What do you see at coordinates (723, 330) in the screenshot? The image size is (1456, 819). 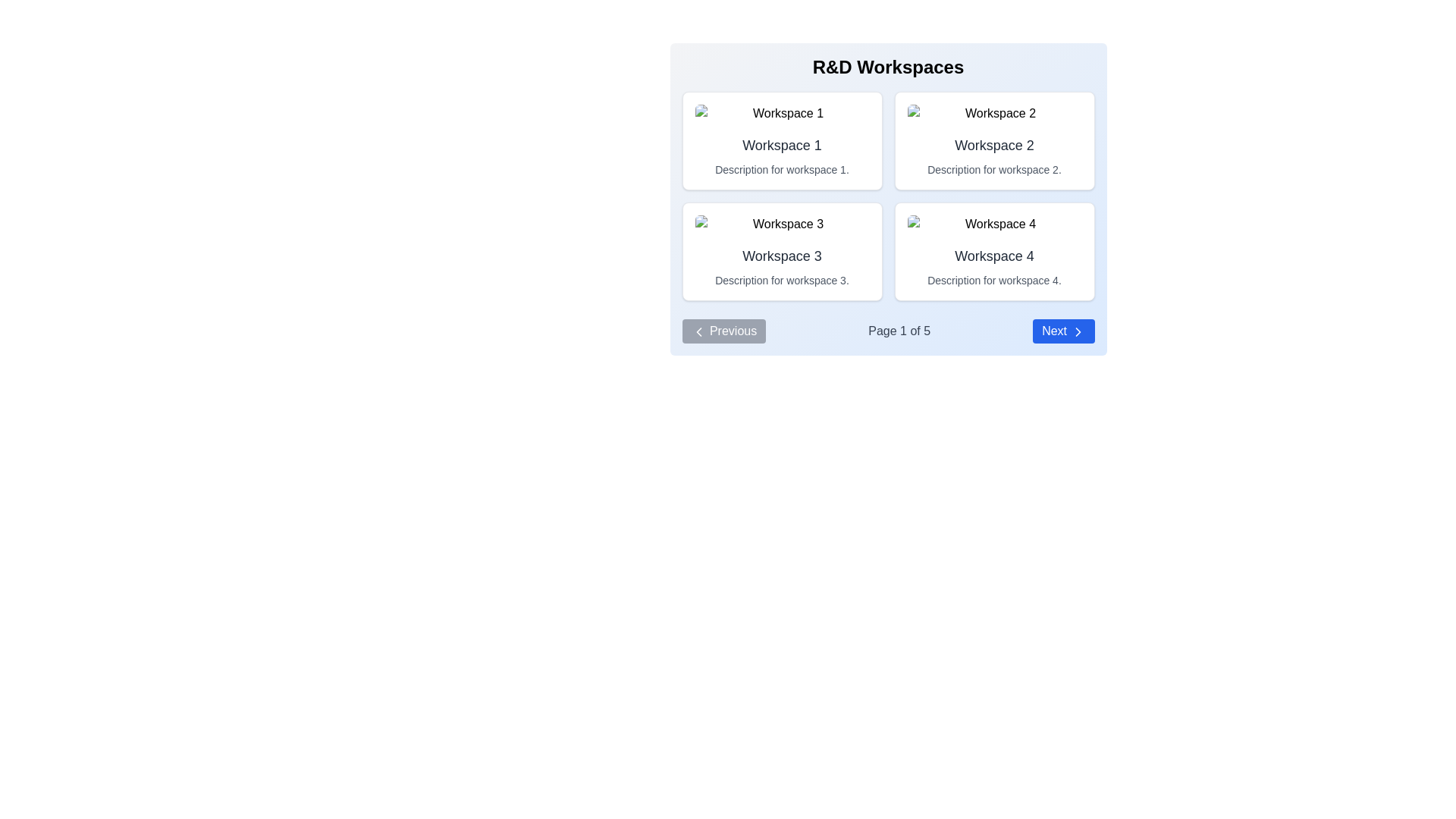 I see `'Previous' button with rounded corners and blue background for its disabled state, located at the bottom-left corner of the content area` at bounding box center [723, 330].